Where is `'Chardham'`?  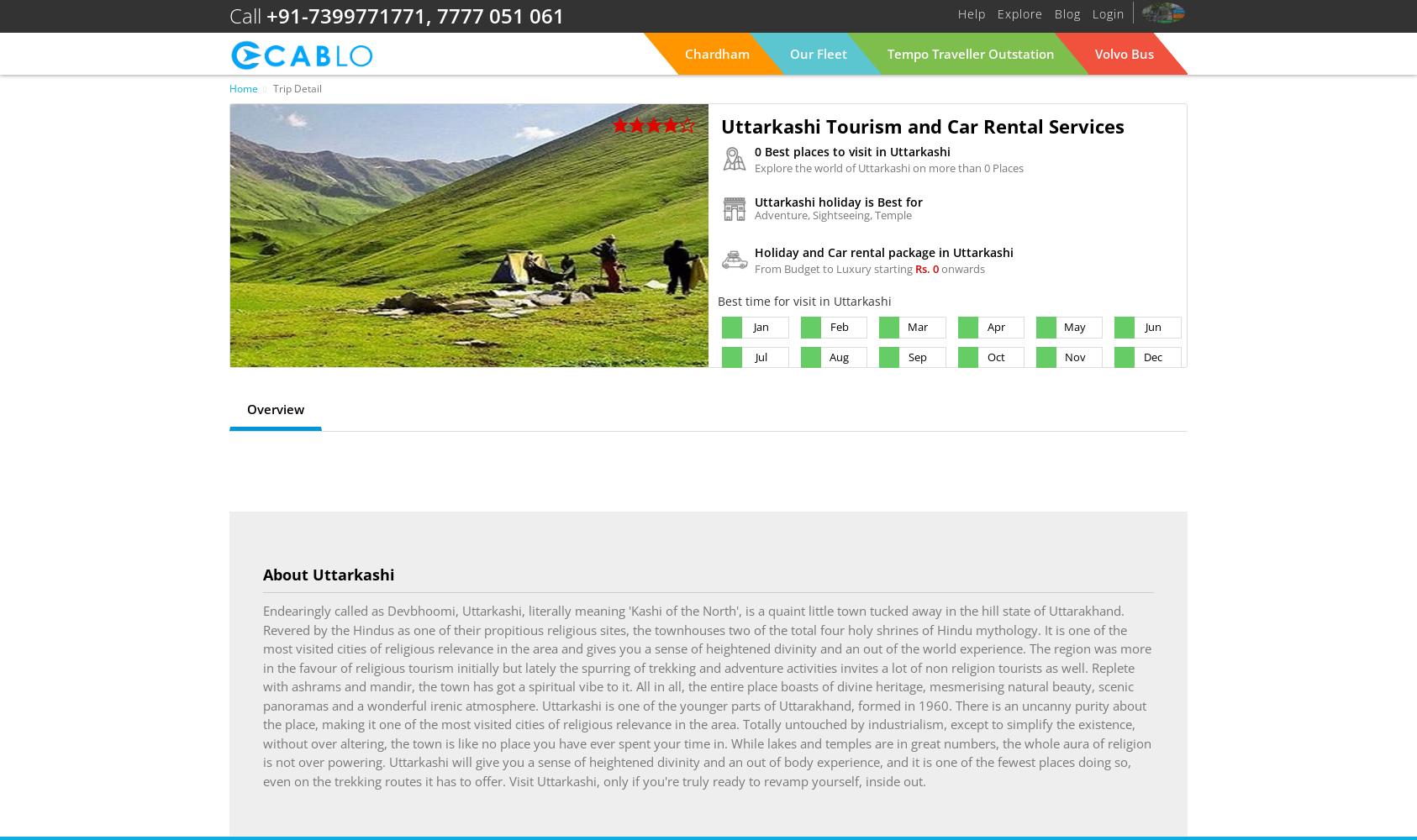 'Chardham' is located at coordinates (716, 52).